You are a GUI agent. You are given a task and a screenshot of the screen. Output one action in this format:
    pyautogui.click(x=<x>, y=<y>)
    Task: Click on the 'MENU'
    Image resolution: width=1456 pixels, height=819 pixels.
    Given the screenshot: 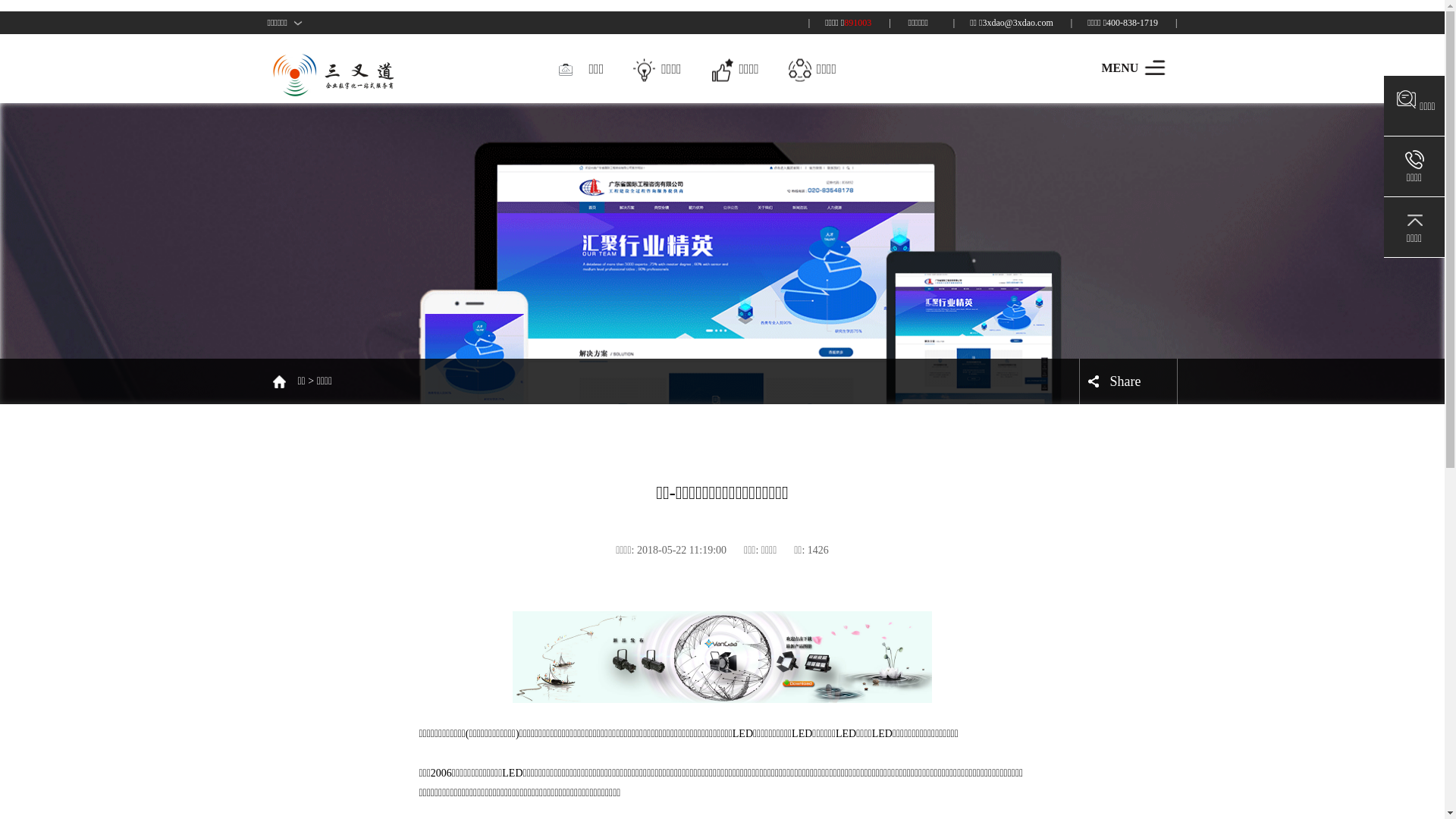 What is the action you would take?
    pyautogui.click(x=1153, y=66)
    